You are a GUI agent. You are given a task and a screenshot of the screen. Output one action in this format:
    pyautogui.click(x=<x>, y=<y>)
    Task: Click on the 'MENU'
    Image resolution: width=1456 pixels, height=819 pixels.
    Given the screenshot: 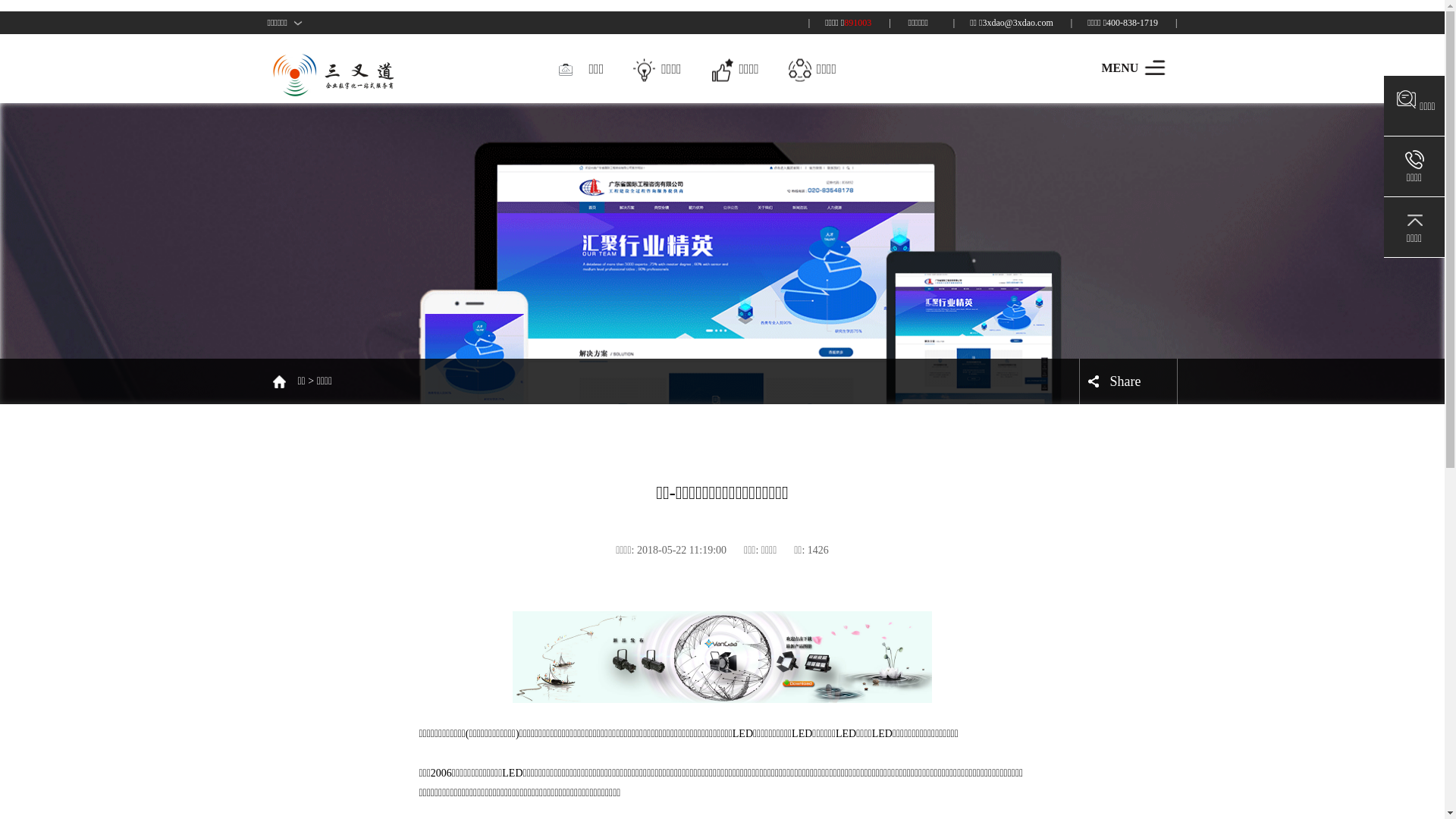 What is the action you would take?
    pyautogui.click(x=1153, y=66)
    